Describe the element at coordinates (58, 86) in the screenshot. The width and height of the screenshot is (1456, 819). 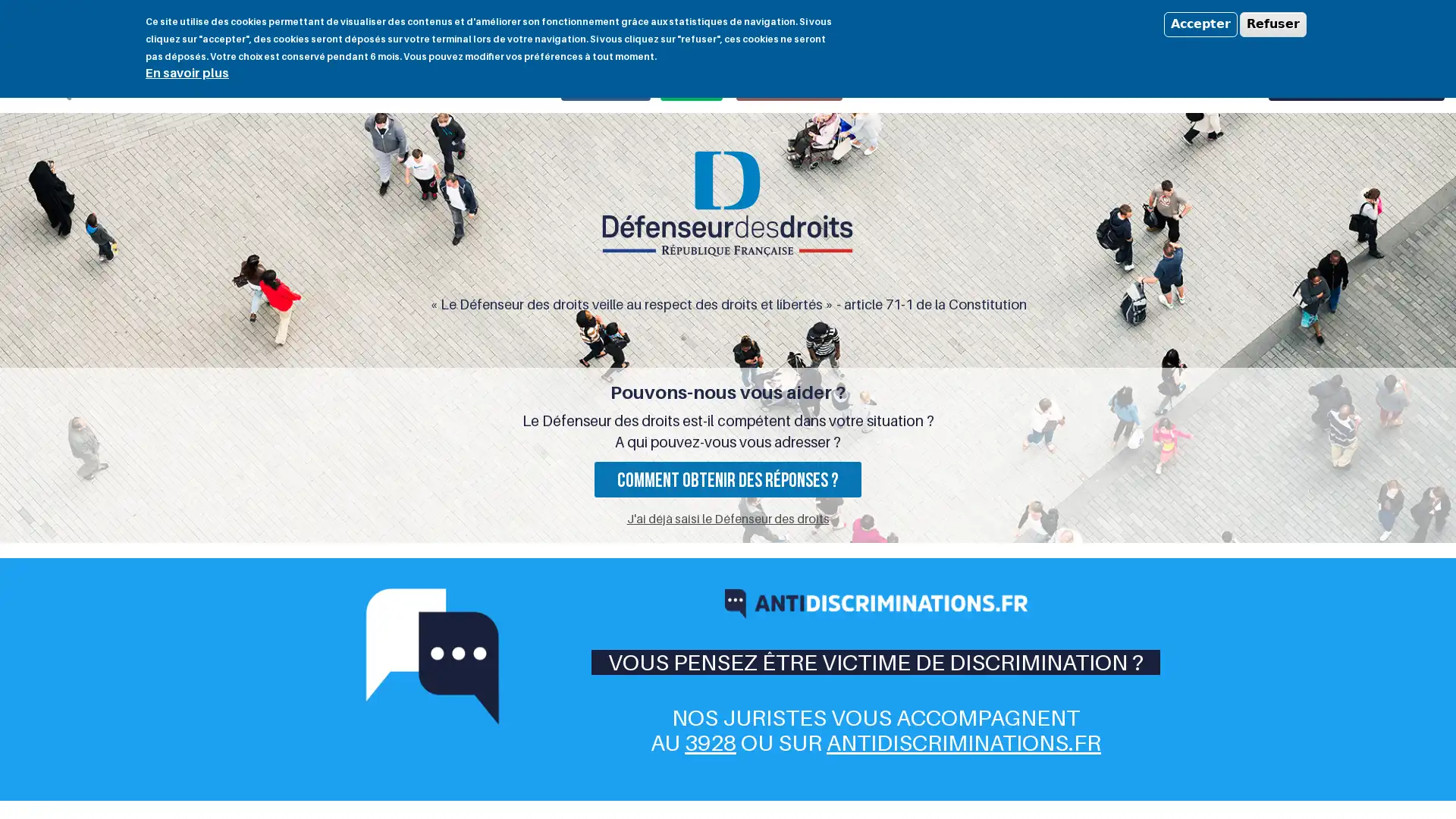
I see `Afficher le formulaire de recherche` at that location.